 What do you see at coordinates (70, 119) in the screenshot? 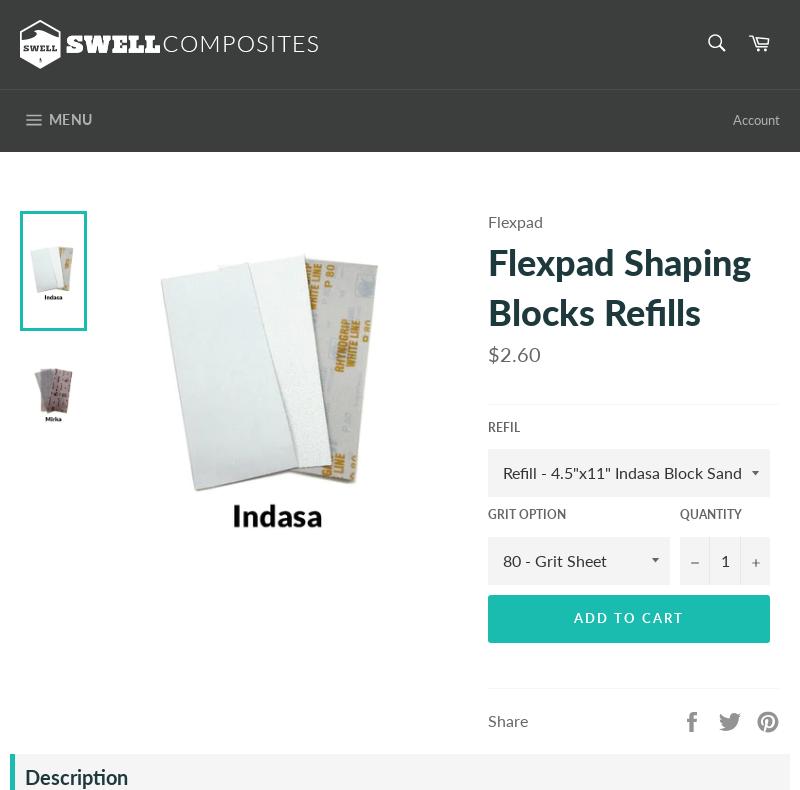
I see `'Menu'` at bounding box center [70, 119].